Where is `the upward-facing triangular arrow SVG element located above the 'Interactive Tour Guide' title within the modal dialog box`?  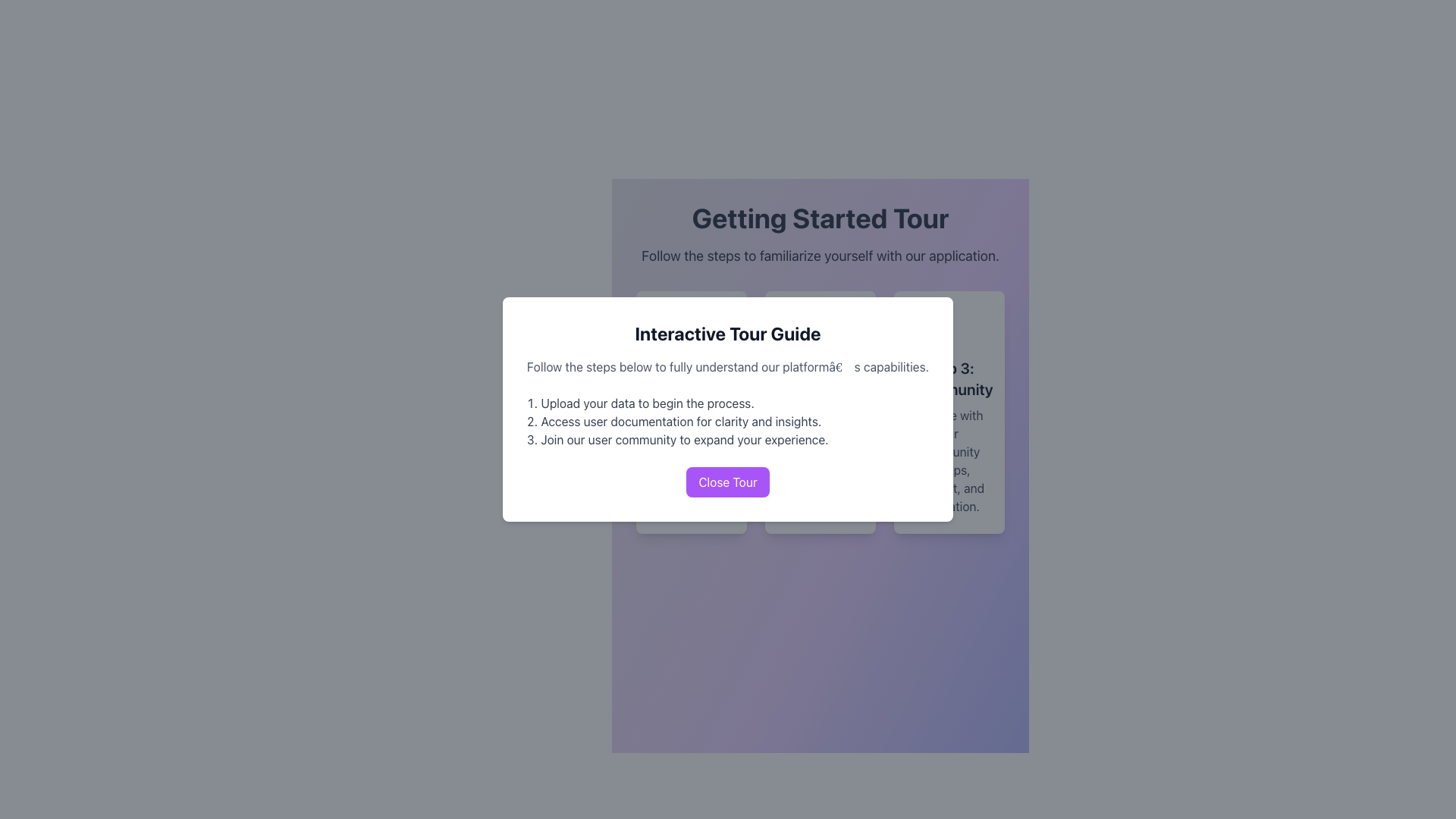 the upward-facing triangular arrow SVG element located above the 'Interactive Tour Guide' title within the modal dialog box is located at coordinates (672, 317).